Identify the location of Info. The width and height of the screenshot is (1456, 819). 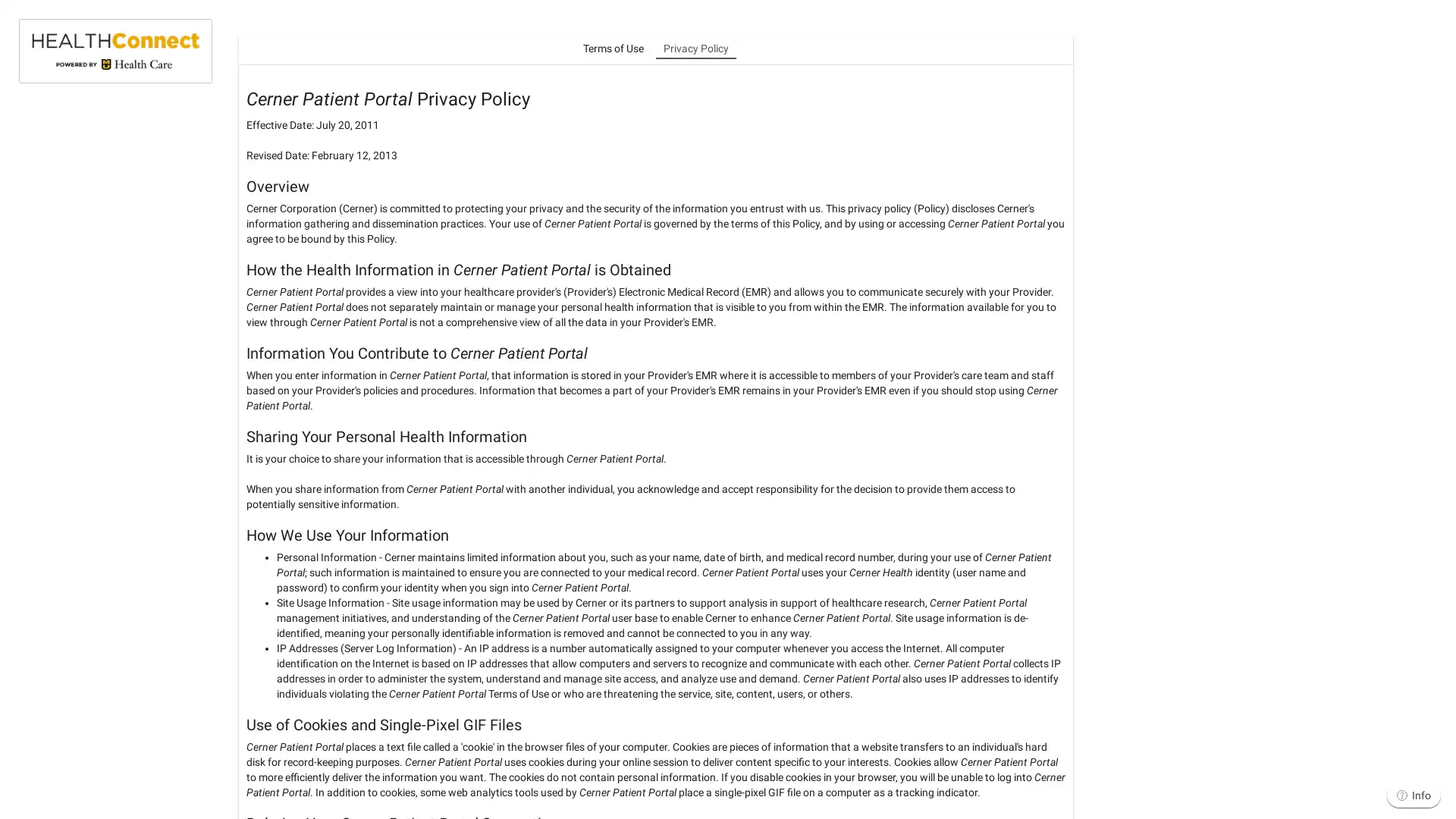
(1413, 795).